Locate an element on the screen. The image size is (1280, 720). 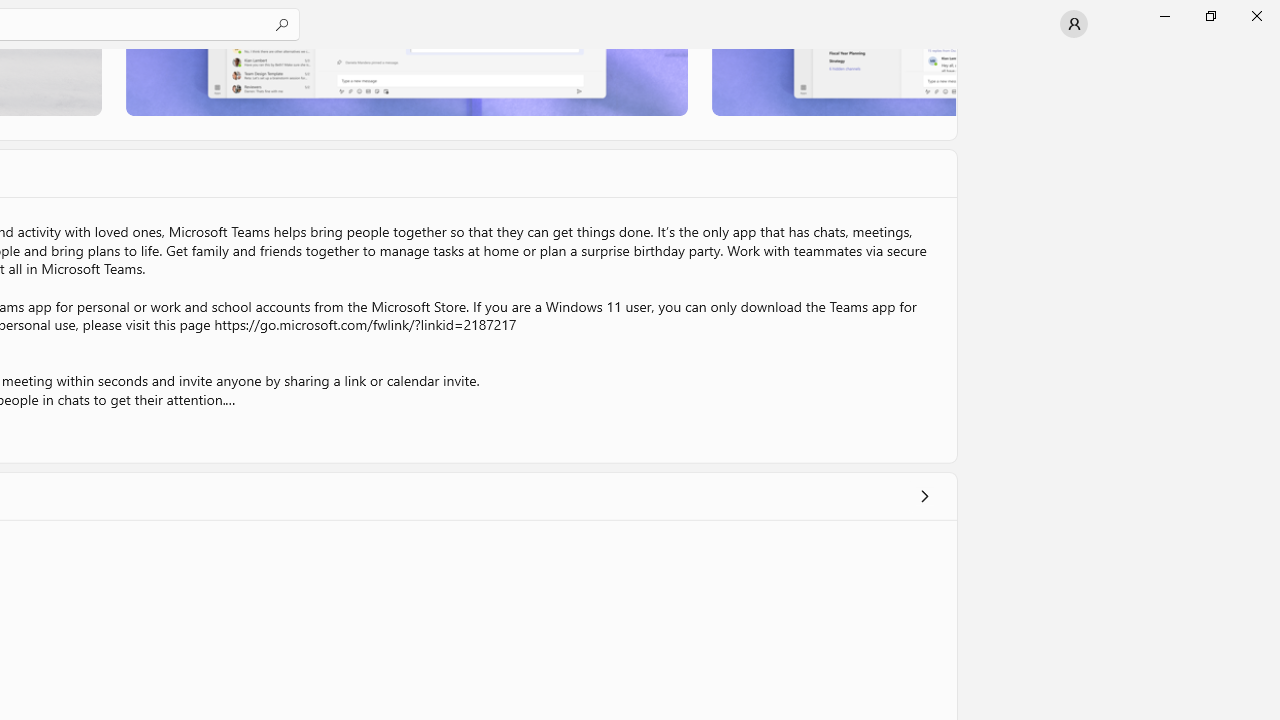
'User profile' is located at coordinates (1072, 24).